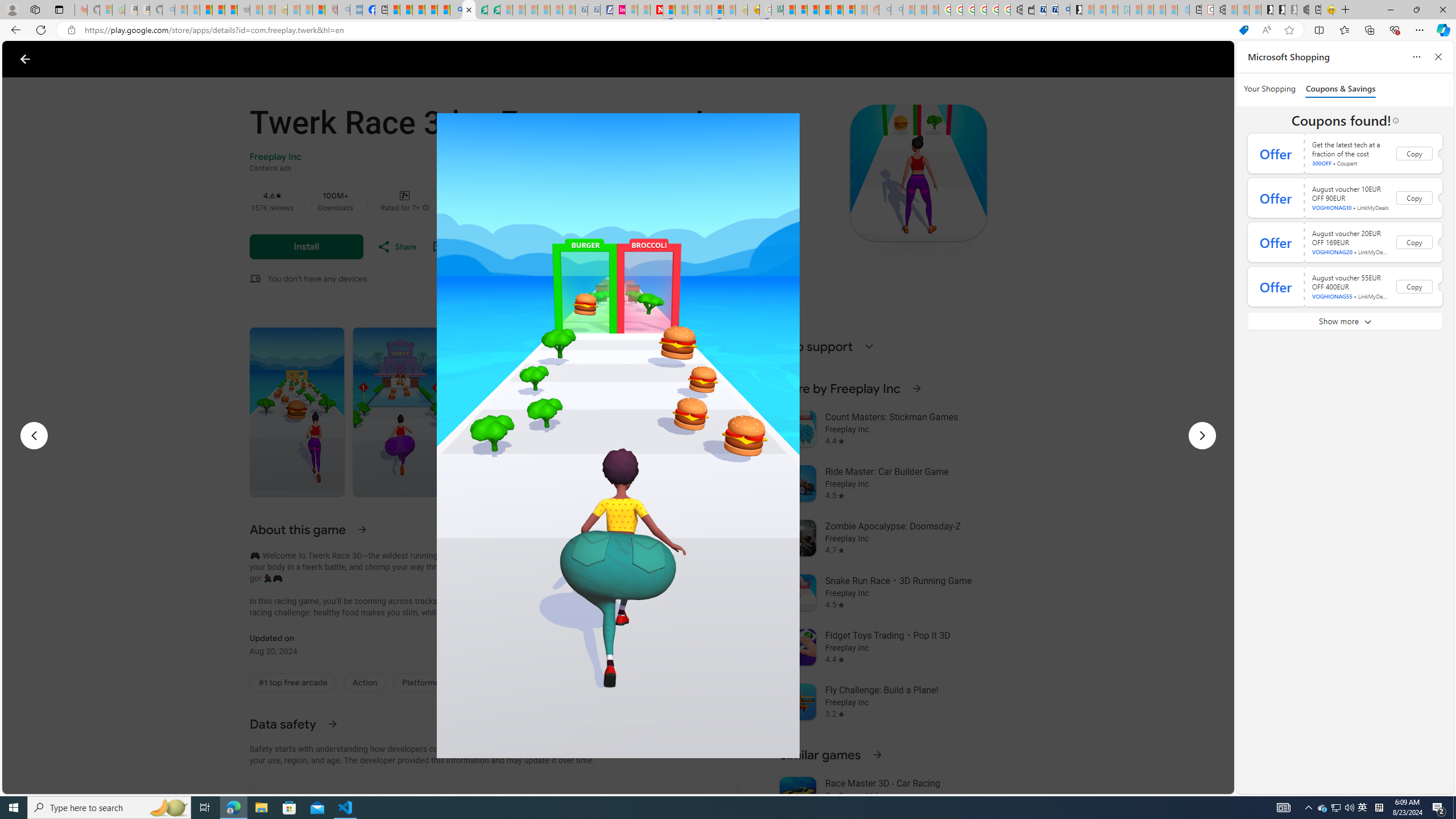 The width and height of the screenshot is (1456, 819). What do you see at coordinates (306, 246) in the screenshot?
I see `'Install'` at bounding box center [306, 246].